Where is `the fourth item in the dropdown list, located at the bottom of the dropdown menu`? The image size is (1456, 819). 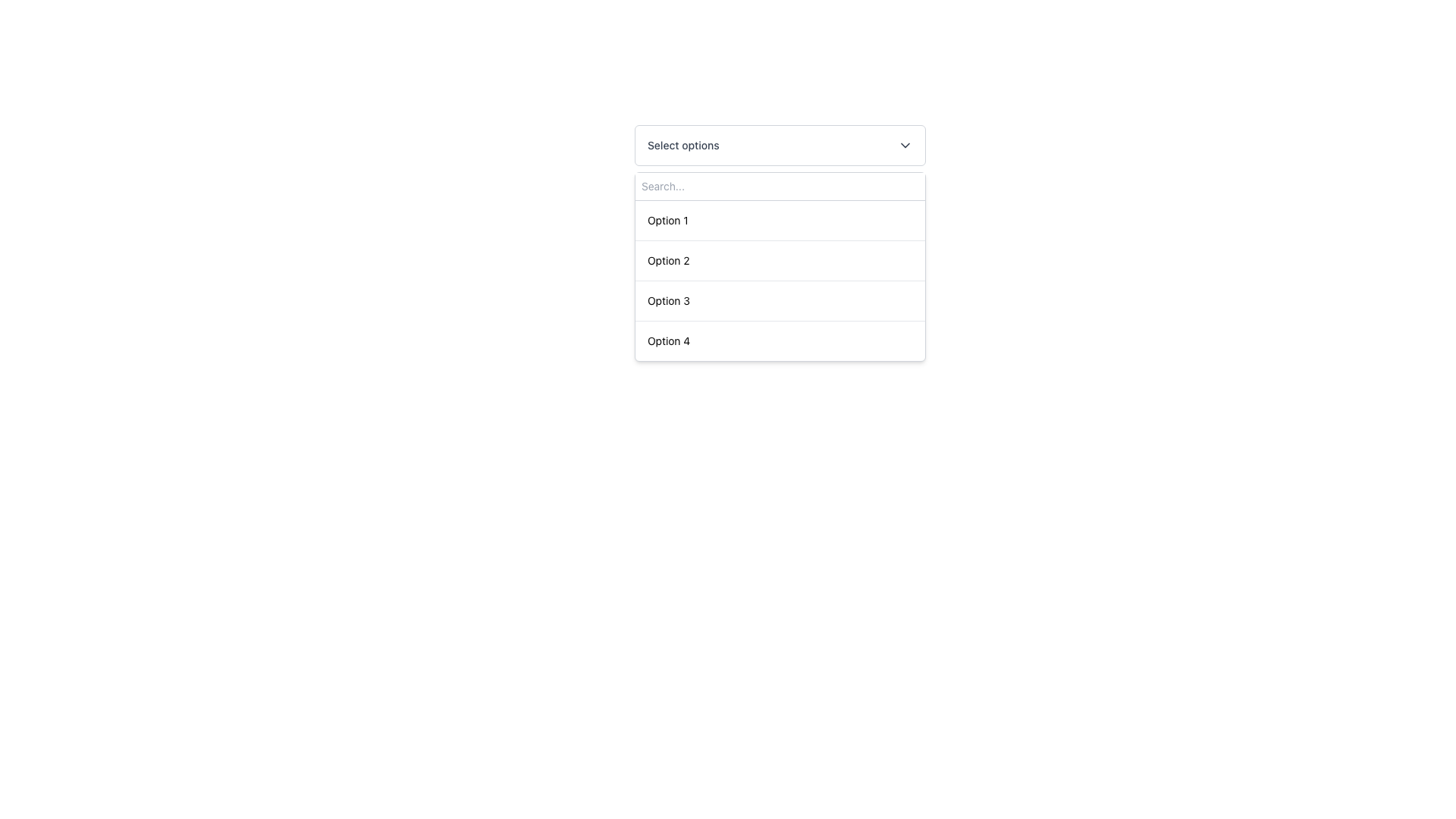 the fourth item in the dropdown list, located at the bottom of the dropdown menu is located at coordinates (780, 339).